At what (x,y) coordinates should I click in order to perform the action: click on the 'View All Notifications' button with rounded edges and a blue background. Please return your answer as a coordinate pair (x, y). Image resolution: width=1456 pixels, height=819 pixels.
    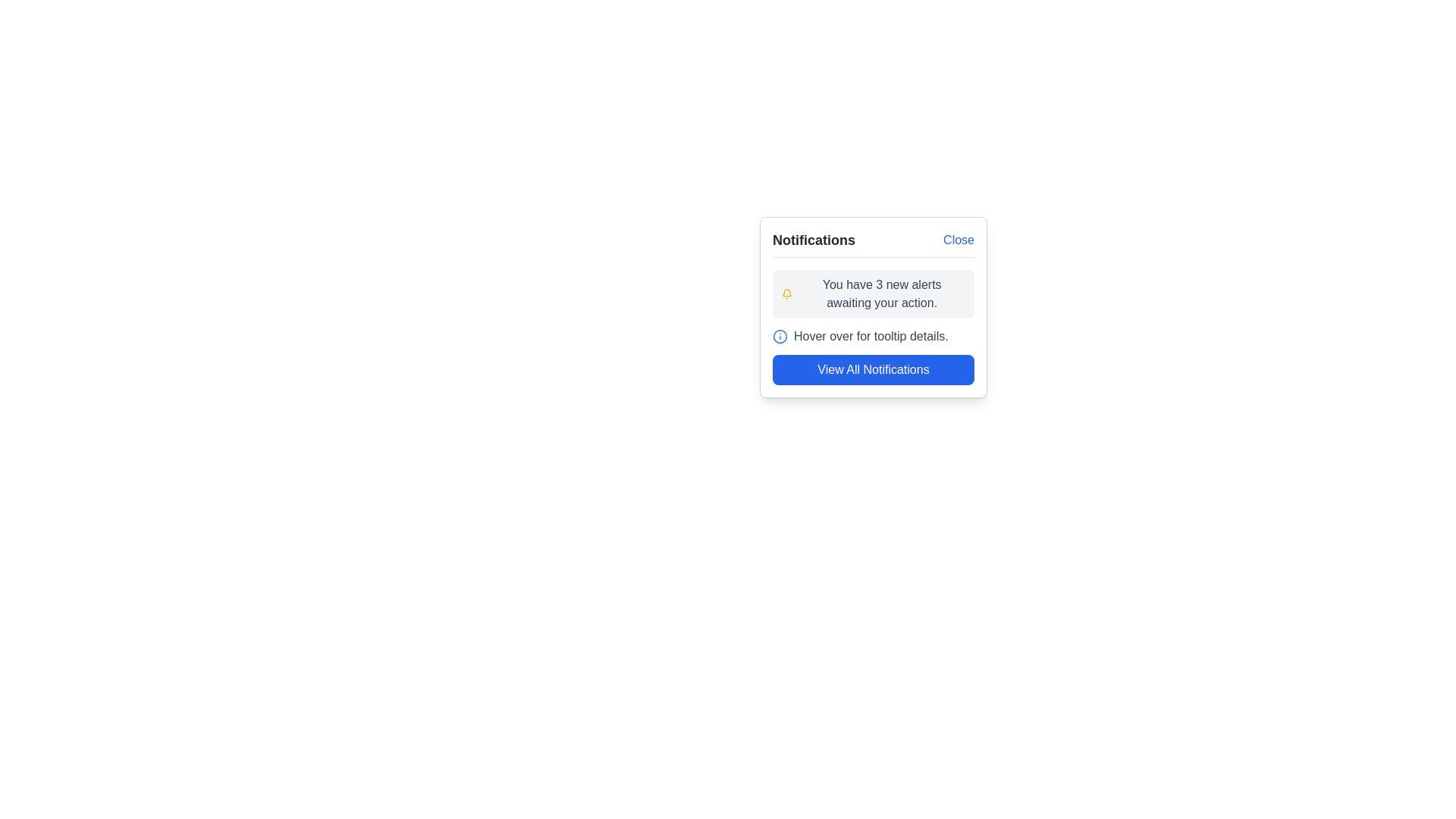
    Looking at the image, I should click on (874, 370).